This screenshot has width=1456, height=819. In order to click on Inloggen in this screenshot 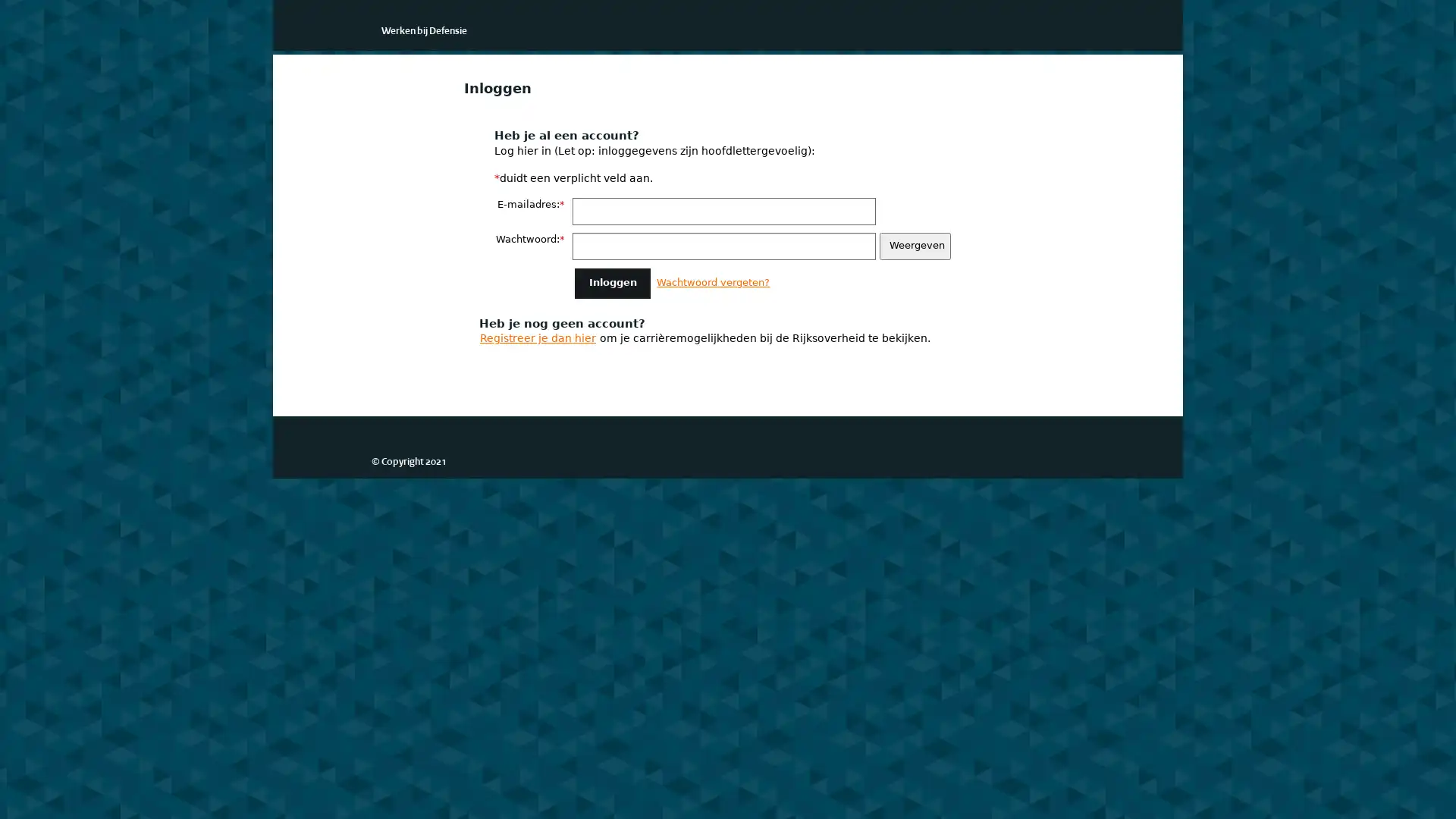, I will do `click(612, 283)`.